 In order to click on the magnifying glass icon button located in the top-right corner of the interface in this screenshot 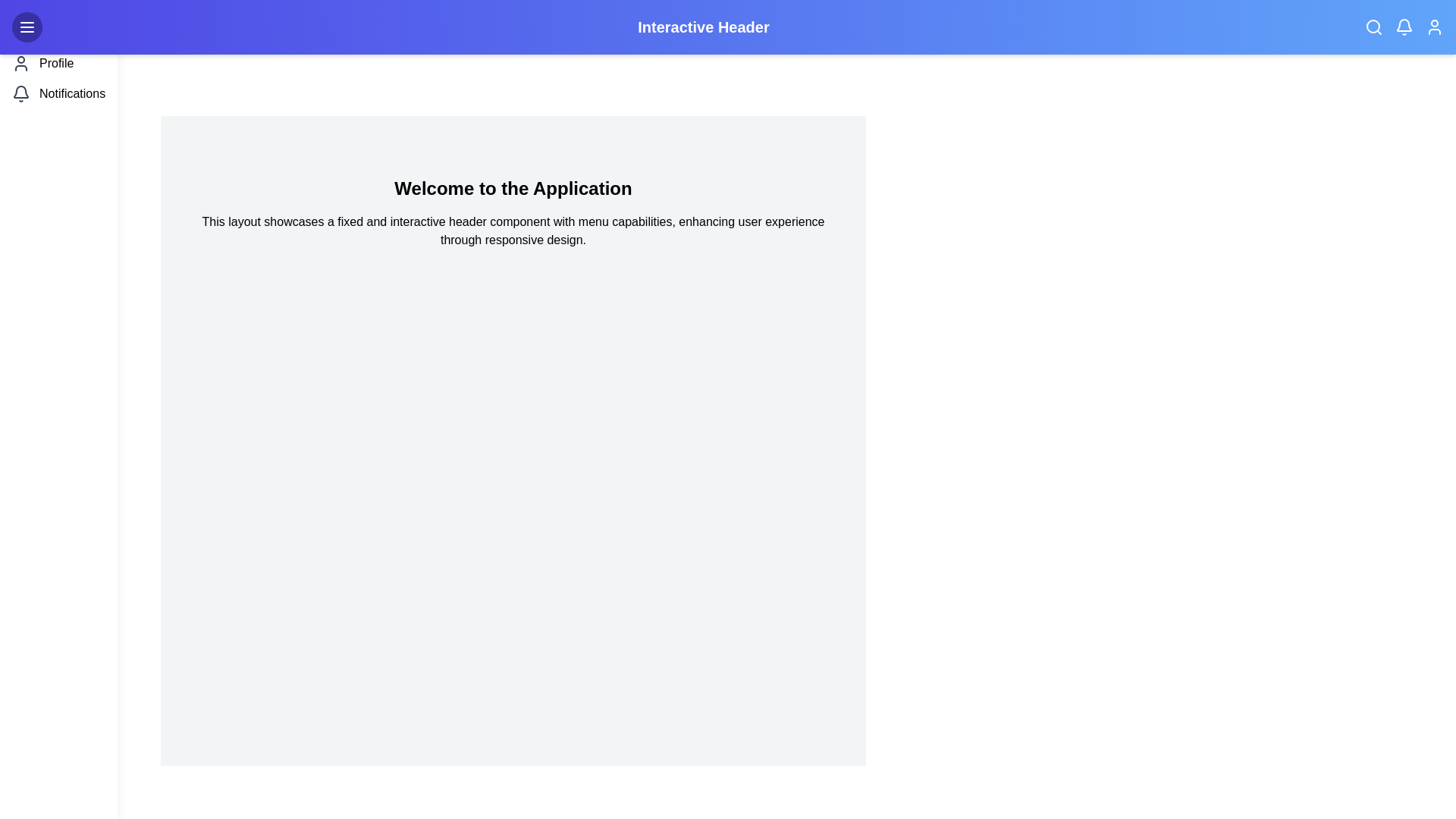, I will do `click(1373, 27)`.